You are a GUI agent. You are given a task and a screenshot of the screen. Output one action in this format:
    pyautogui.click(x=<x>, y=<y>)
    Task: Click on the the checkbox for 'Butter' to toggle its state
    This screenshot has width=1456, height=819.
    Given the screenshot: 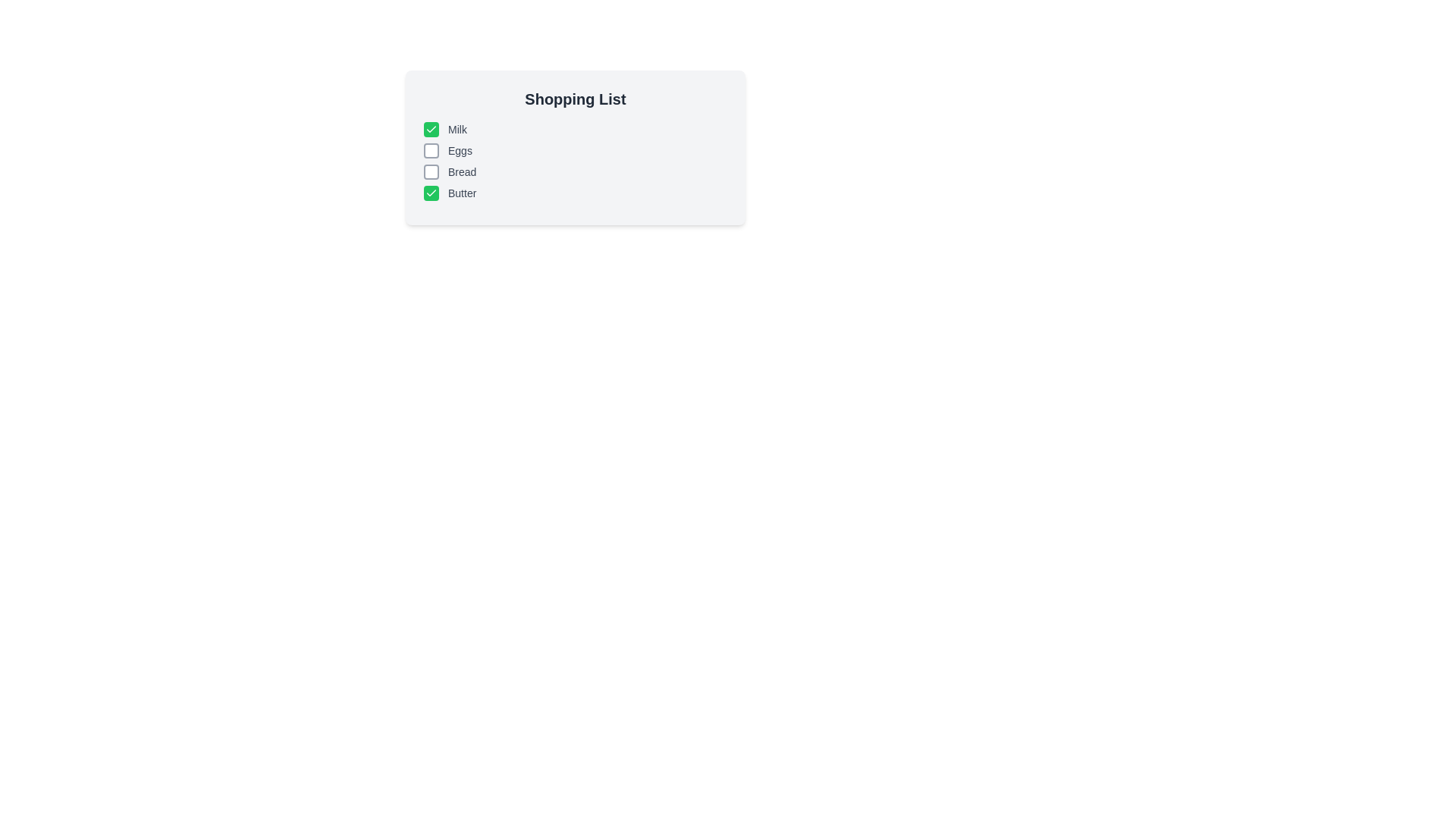 What is the action you would take?
    pyautogui.click(x=431, y=192)
    